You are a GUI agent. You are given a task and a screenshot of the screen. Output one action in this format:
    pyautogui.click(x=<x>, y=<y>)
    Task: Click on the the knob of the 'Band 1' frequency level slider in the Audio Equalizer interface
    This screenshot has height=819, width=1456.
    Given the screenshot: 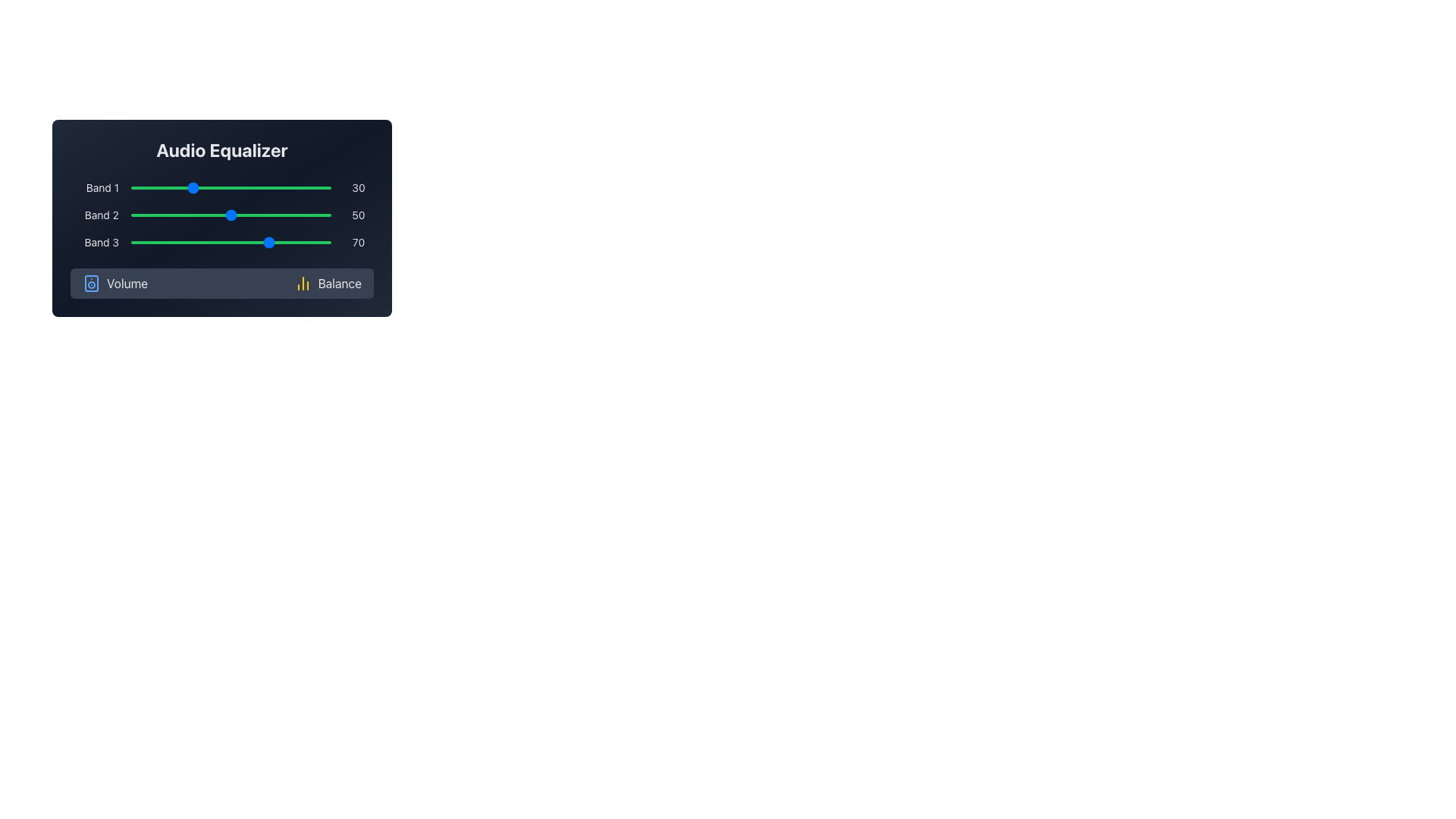 What is the action you would take?
    pyautogui.click(x=221, y=187)
    